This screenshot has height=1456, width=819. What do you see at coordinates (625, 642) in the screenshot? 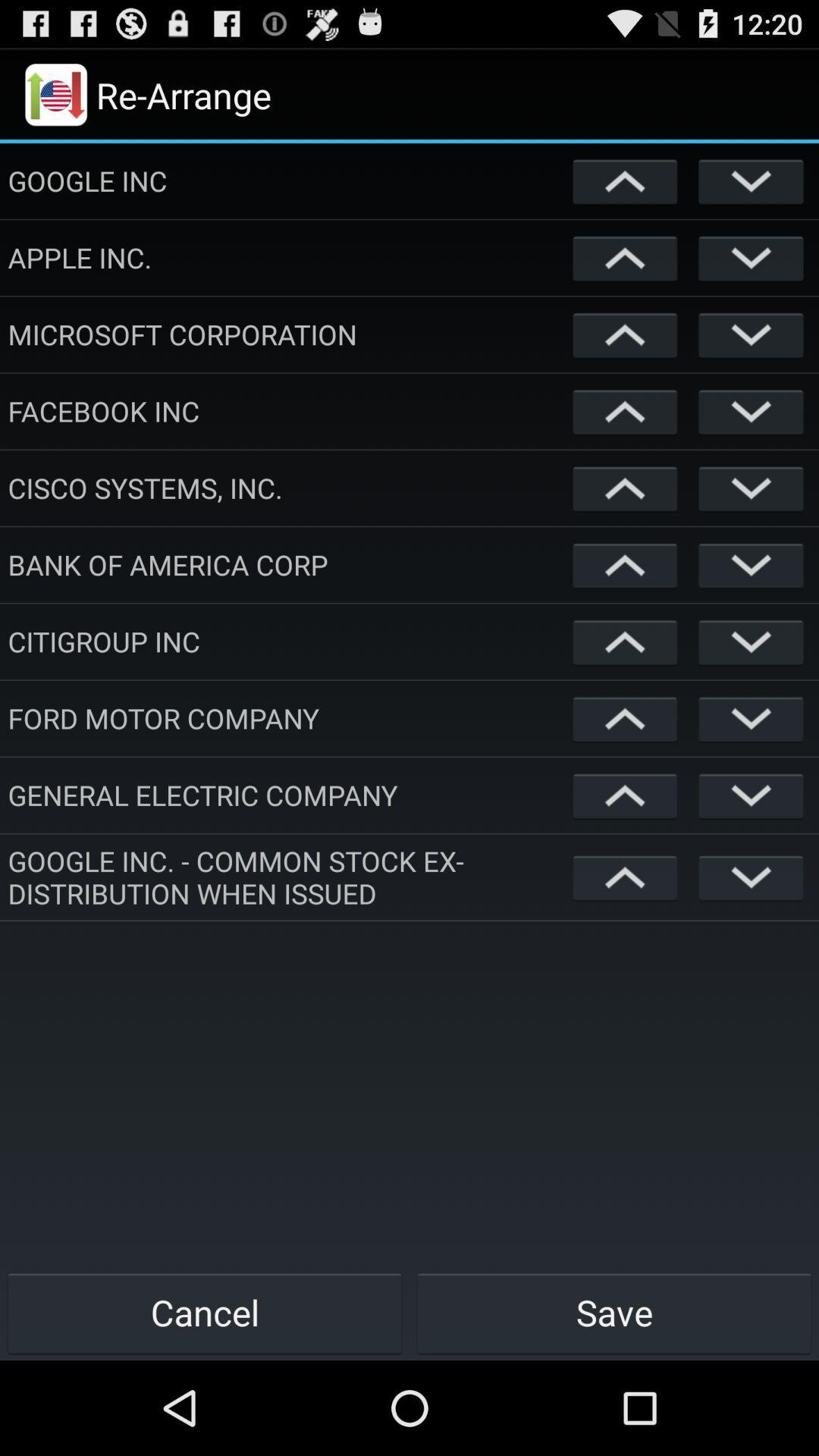
I see `select option` at bounding box center [625, 642].